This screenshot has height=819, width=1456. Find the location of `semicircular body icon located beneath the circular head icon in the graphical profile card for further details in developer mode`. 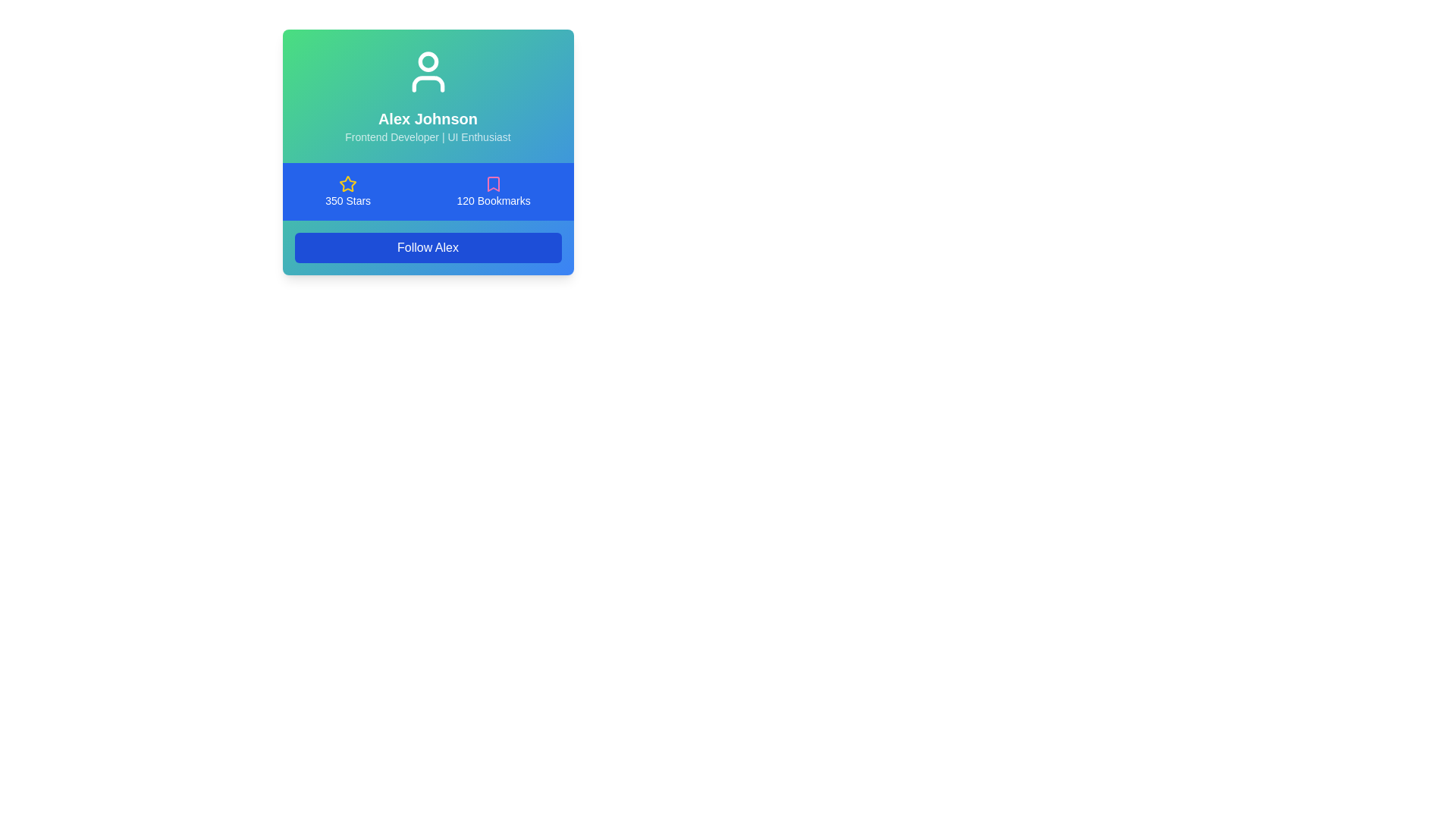

semicircular body icon located beneath the circular head icon in the graphical profile card for further details in developer mode is located at coordinates (427, 84).